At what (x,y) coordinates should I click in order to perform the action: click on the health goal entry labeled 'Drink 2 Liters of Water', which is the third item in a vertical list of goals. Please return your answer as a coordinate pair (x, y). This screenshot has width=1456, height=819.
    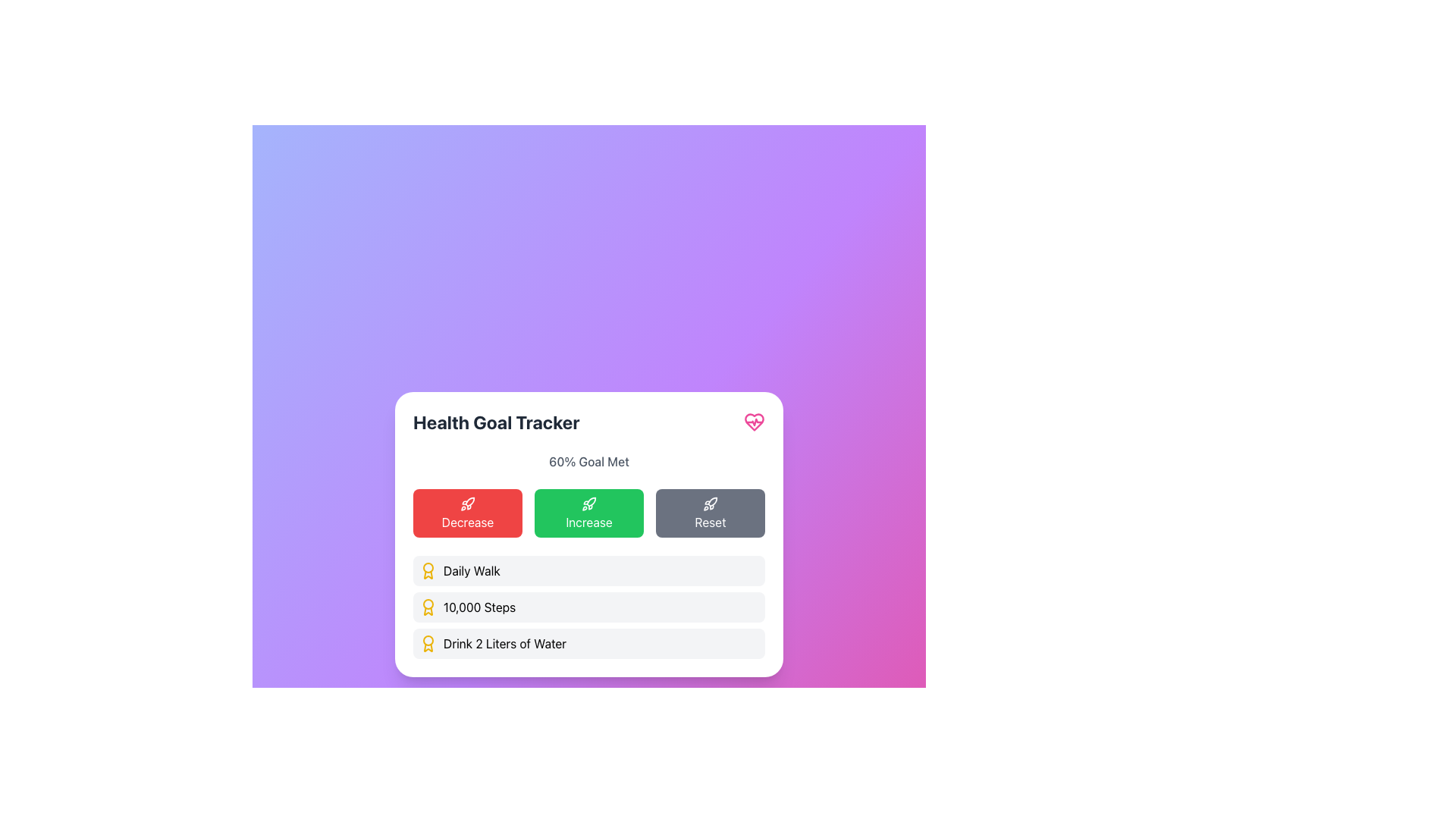
    Looking at the image, I should click on (588, 643).